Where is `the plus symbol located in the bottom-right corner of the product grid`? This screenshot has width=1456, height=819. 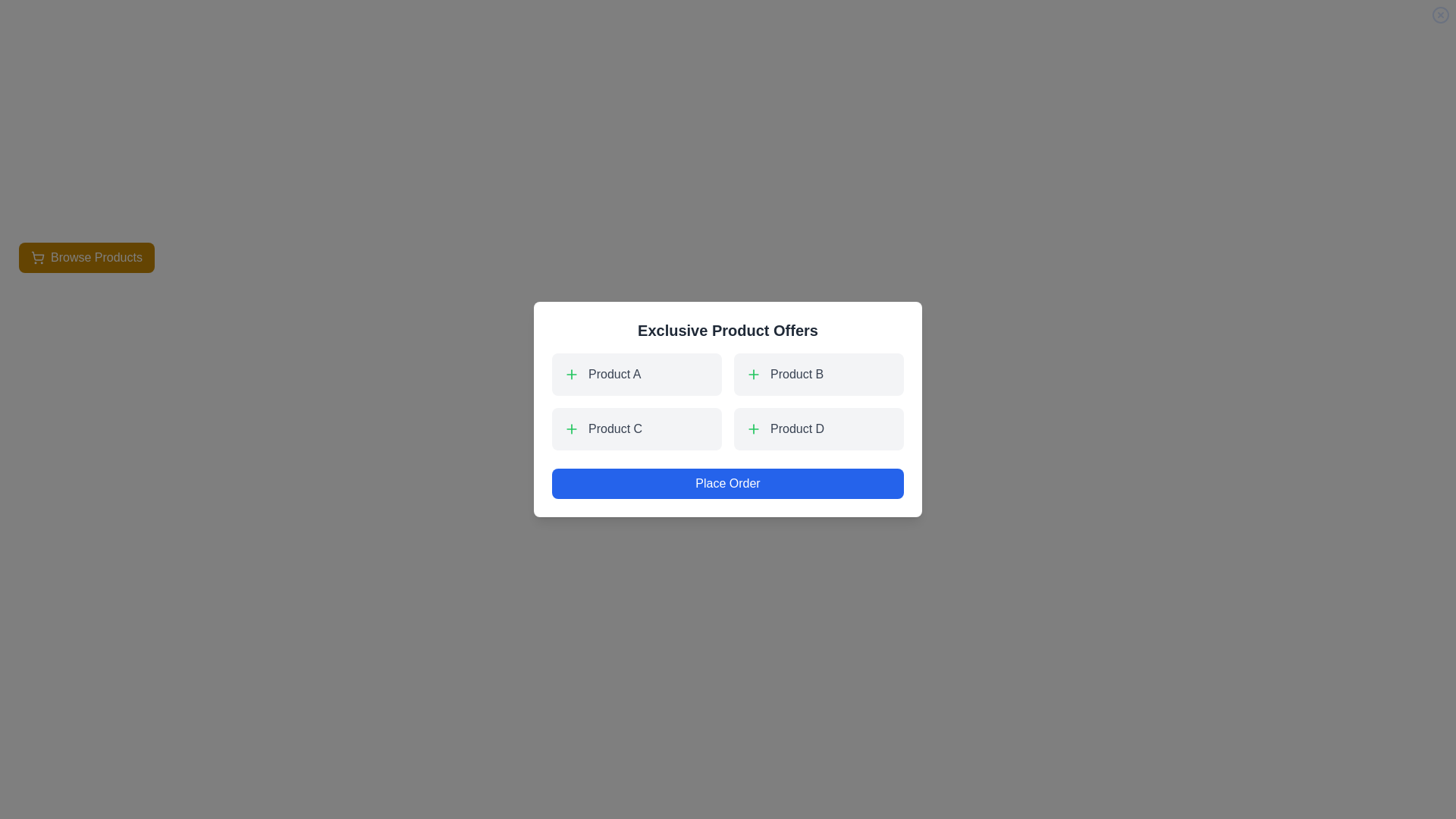 the plus symbol located in the bottom-right corner of the product grid is located at coordinates (818, 429).